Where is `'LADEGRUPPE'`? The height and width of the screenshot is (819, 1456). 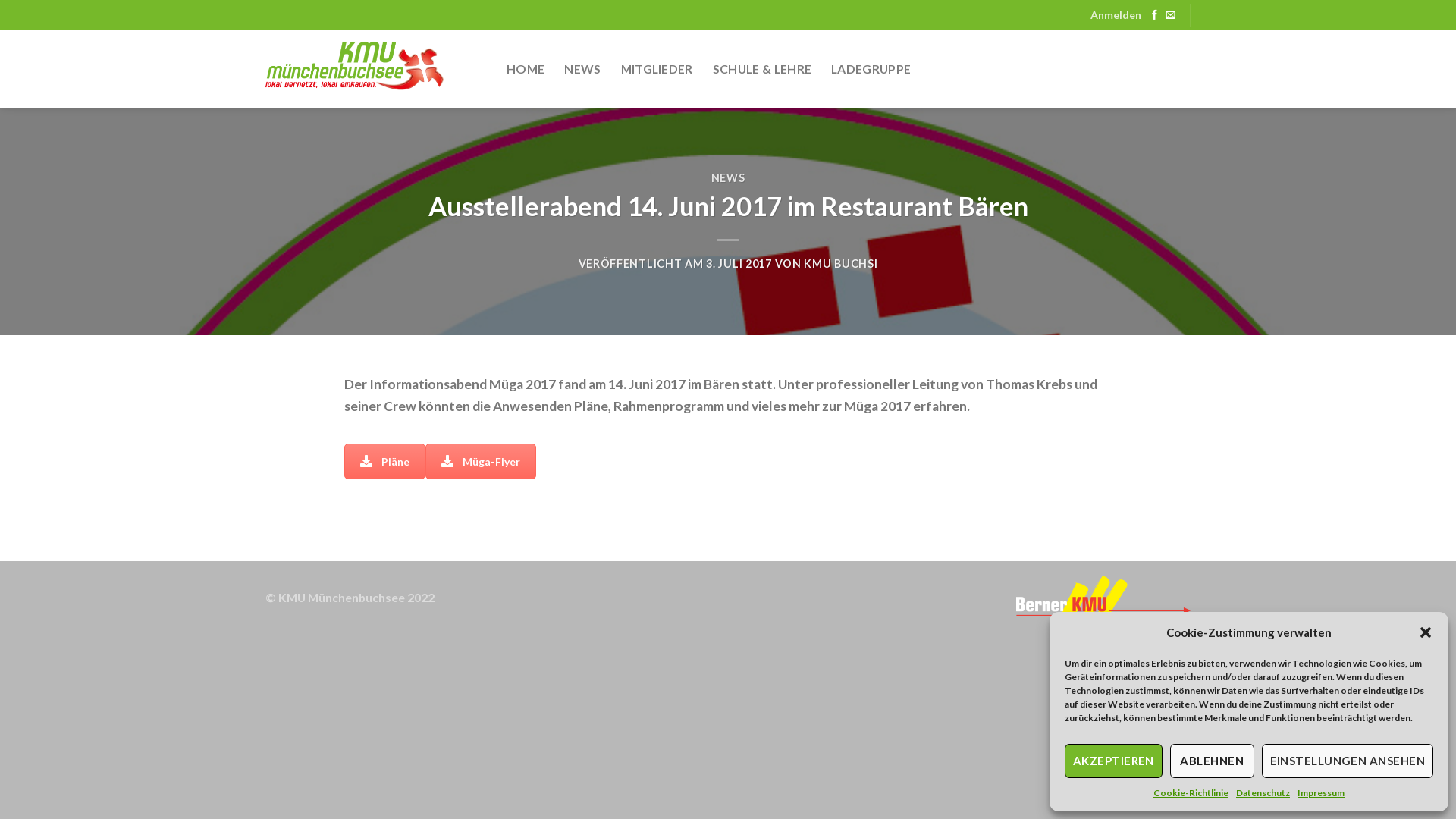 'LADEGRUPPE' is located at coordinates (830, 69).